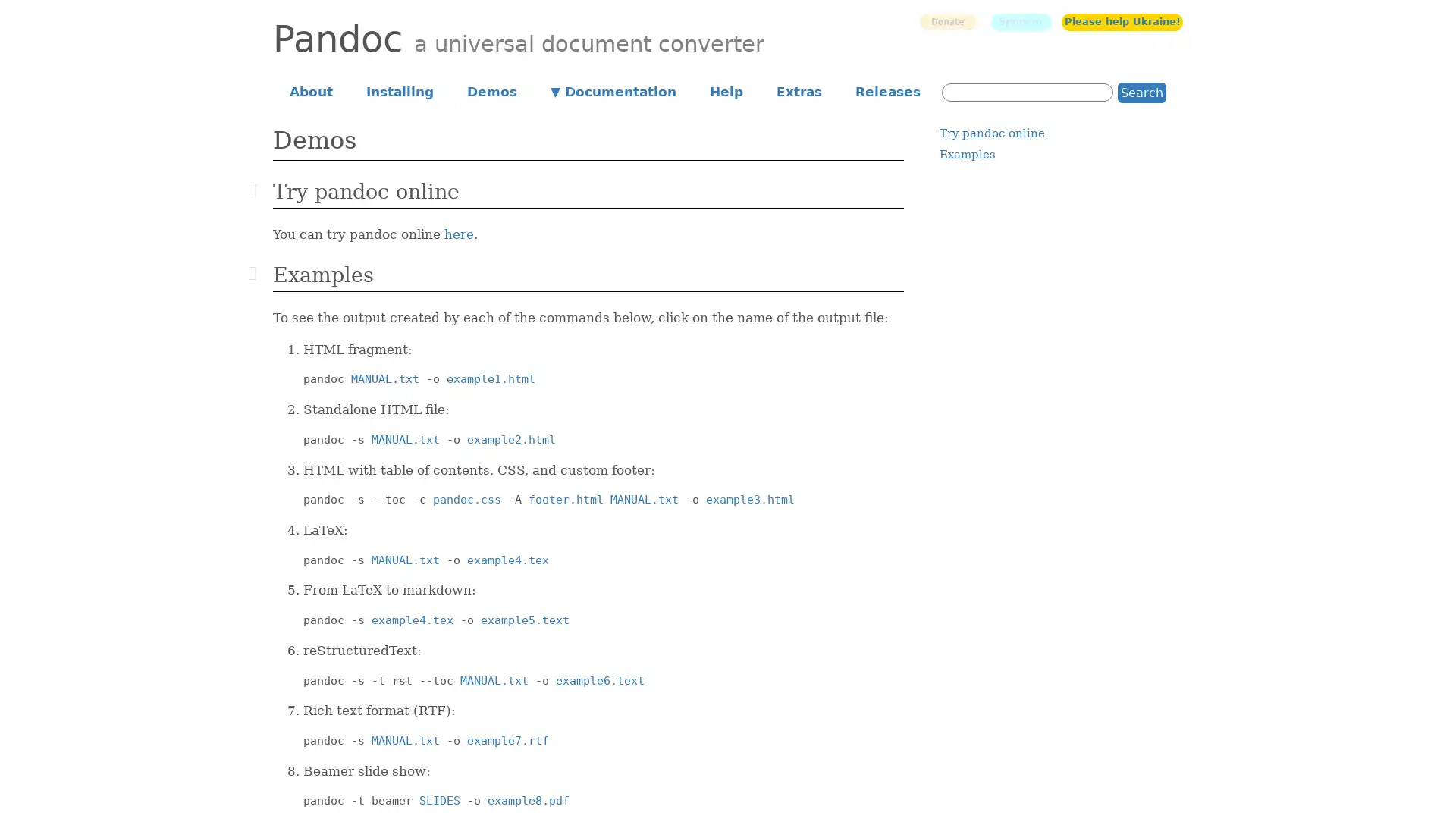  What do you see at coordinates (613, 90) in the screenshot?
I see `Documentation` at bounding box center [613, 90].